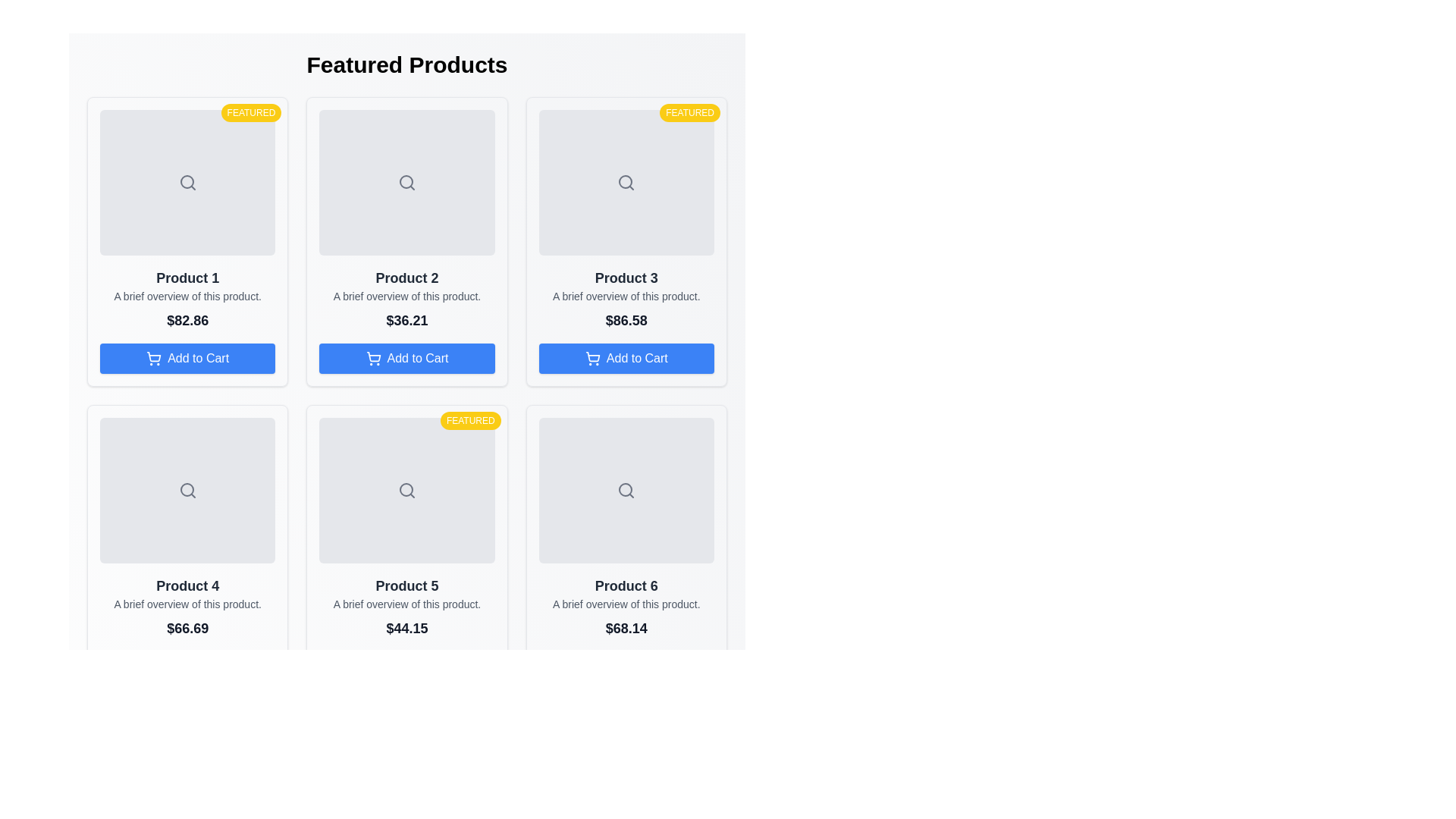 This screenshot has width=1456, height=819. I want to click on the price label displaying 'Product 2' located in the center column of the grid layout, directly above the 'Add to Cart' button, so click(407, 320).